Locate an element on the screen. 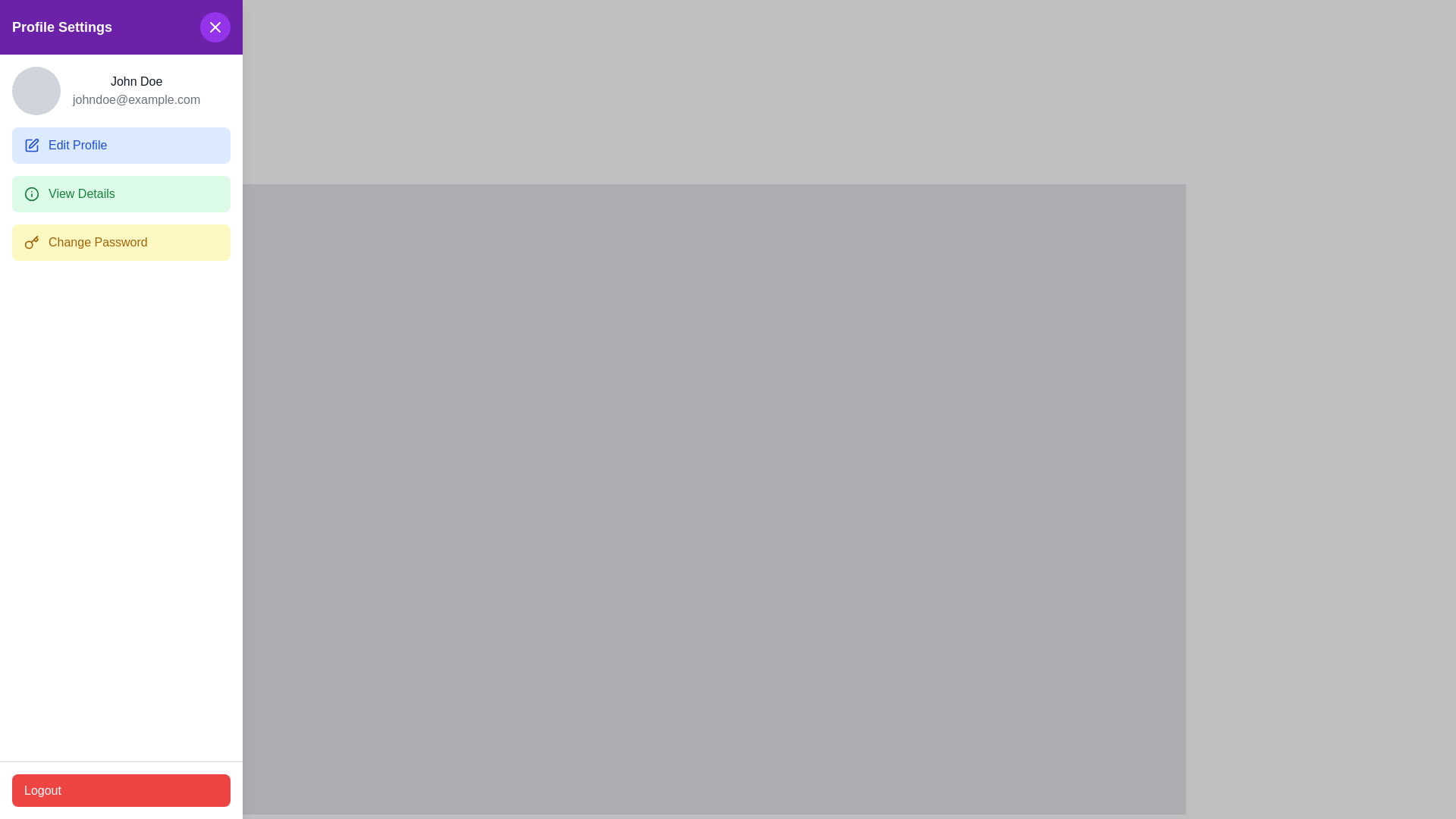 The image size is (1456, 819). the 'Logout' button, which is a red rectangular button with rounded corners and white text, positioned at the bottom-left corner of the user interface is located at coordinates (120, 789).